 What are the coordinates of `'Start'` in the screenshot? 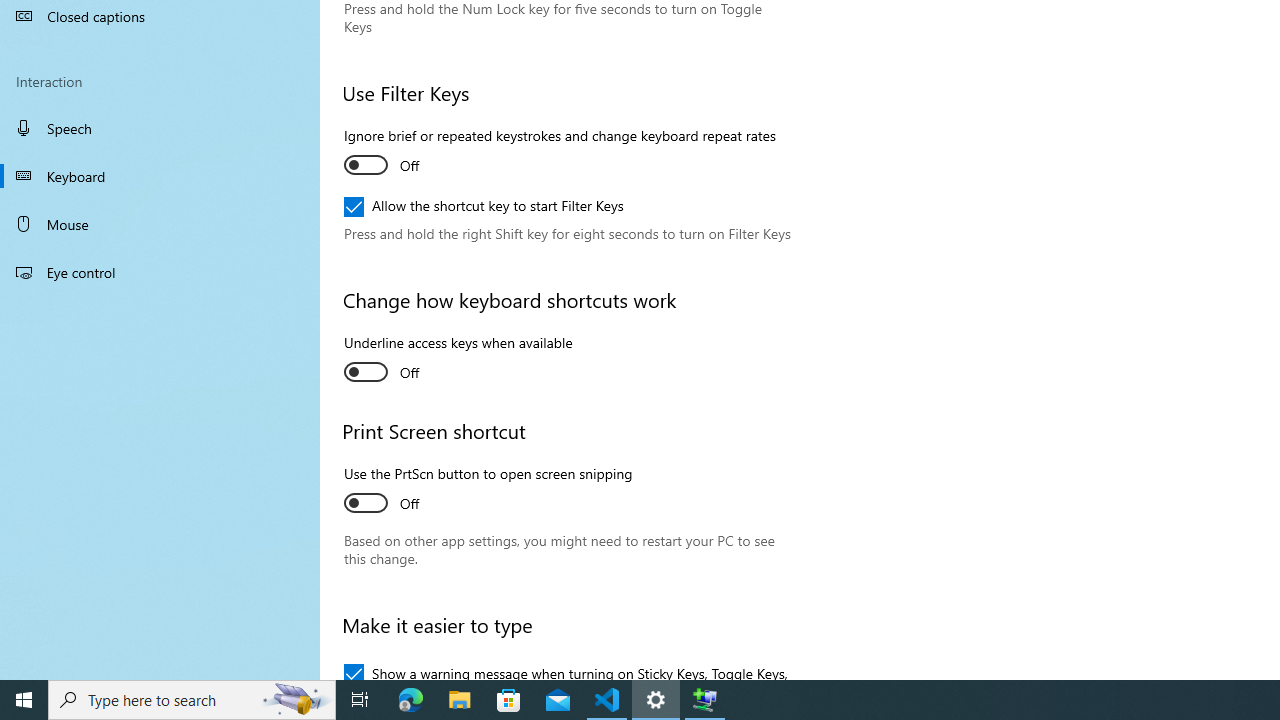 It's located at (24, 698).